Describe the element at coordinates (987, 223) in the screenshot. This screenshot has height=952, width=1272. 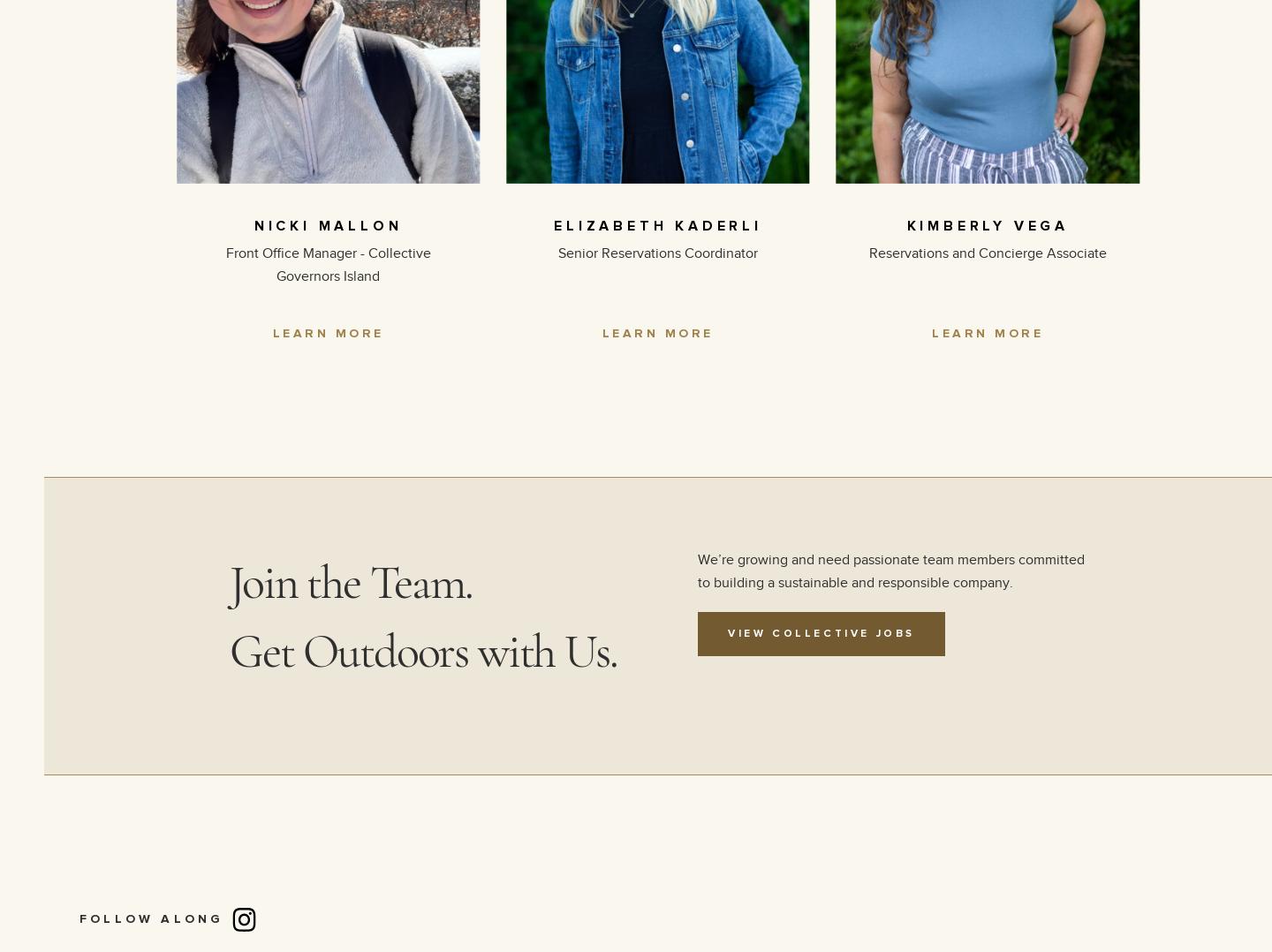
I see `'KIMBERLY VEGA'` at that location.